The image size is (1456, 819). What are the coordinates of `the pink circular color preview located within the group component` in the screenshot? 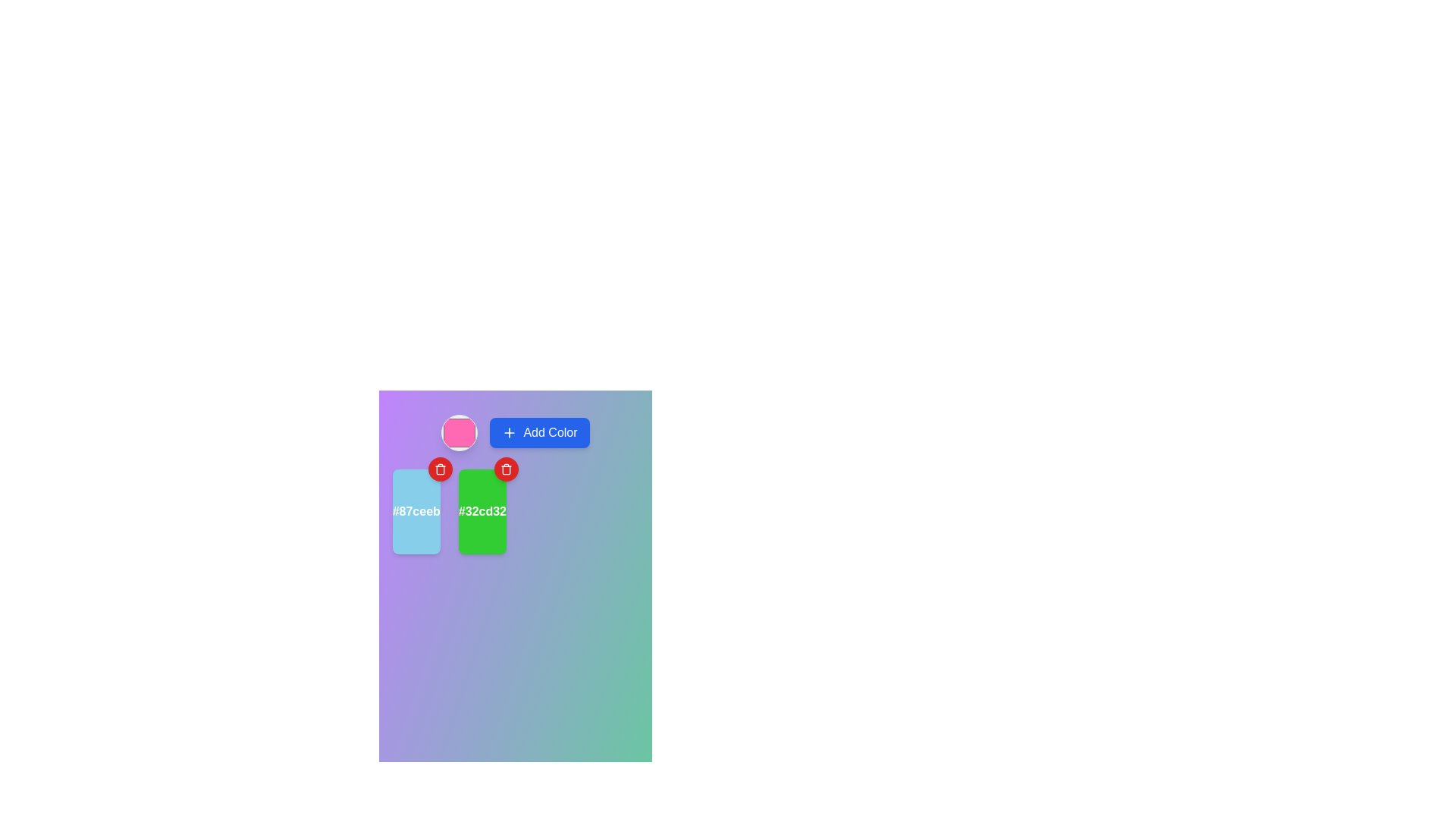 It's located at (516, 432).